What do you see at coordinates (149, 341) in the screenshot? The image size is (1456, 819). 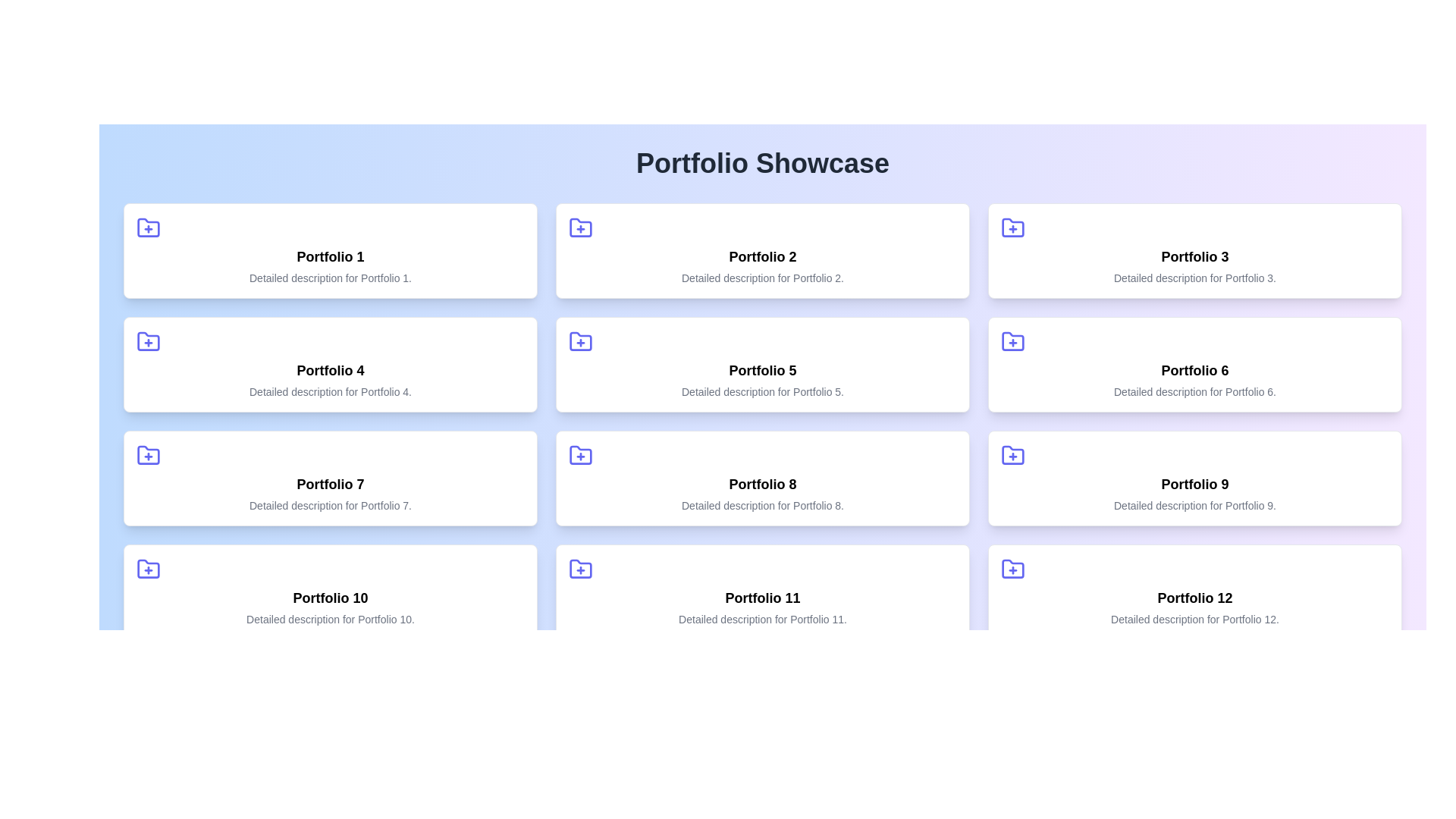 I see `the purple folder-shaped icon with a '+' symbol, located to the left of the 'Portfolio 4' text in the second row of the grid layout` at bounding box center [149, 341].